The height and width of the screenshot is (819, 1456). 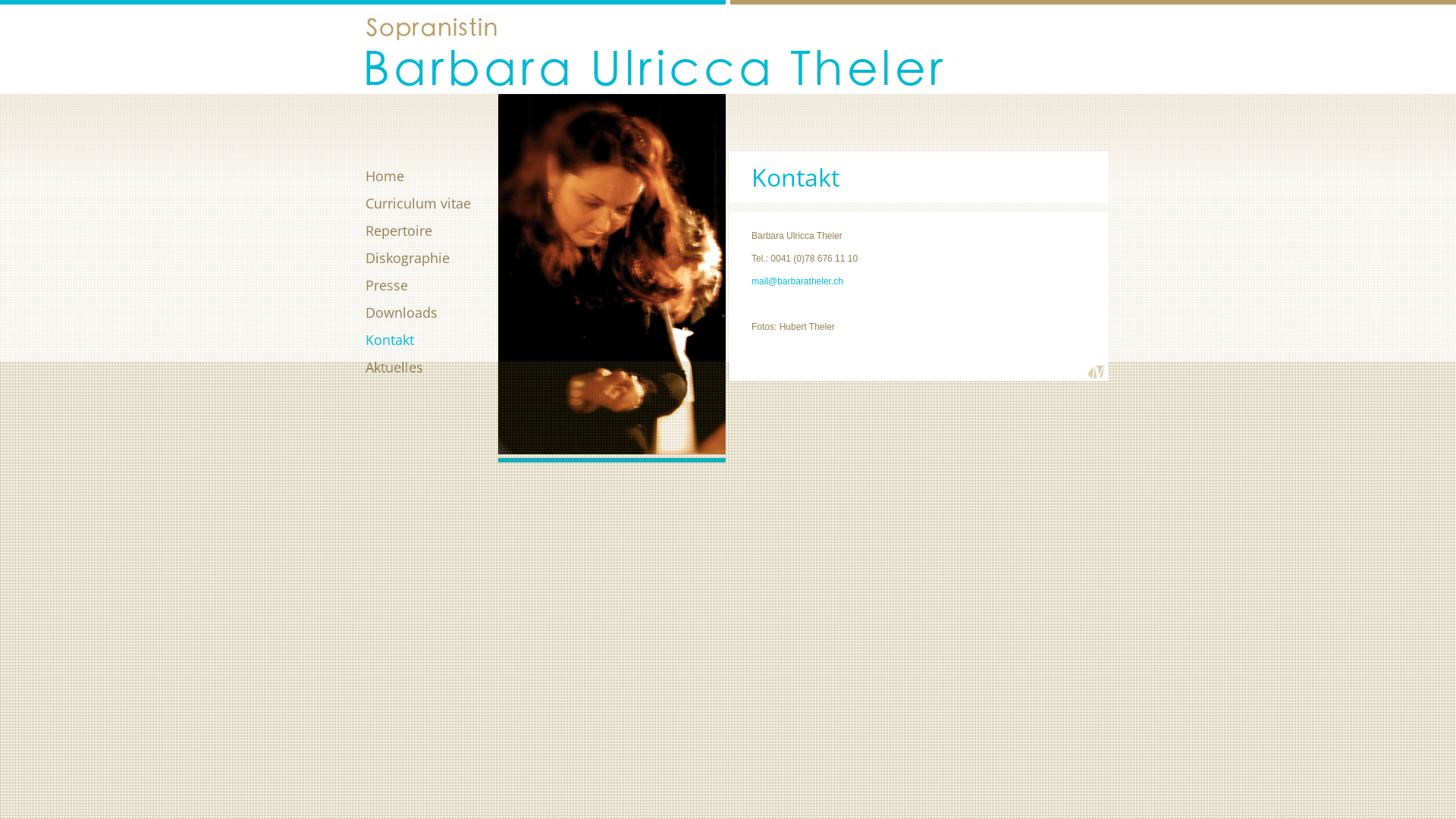 I want to click on 'Downloads', so click(x=431, y=312).